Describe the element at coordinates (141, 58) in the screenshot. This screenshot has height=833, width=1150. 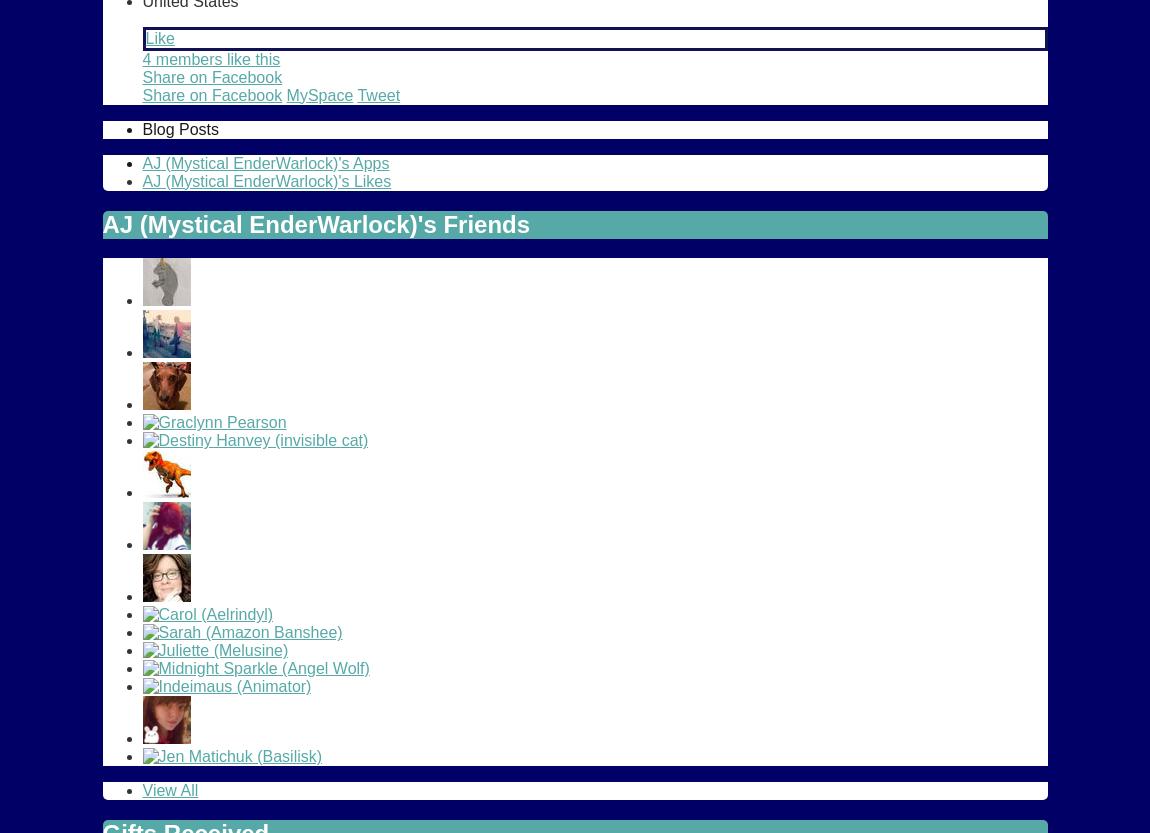
I see `'4 members like this'` at that location.